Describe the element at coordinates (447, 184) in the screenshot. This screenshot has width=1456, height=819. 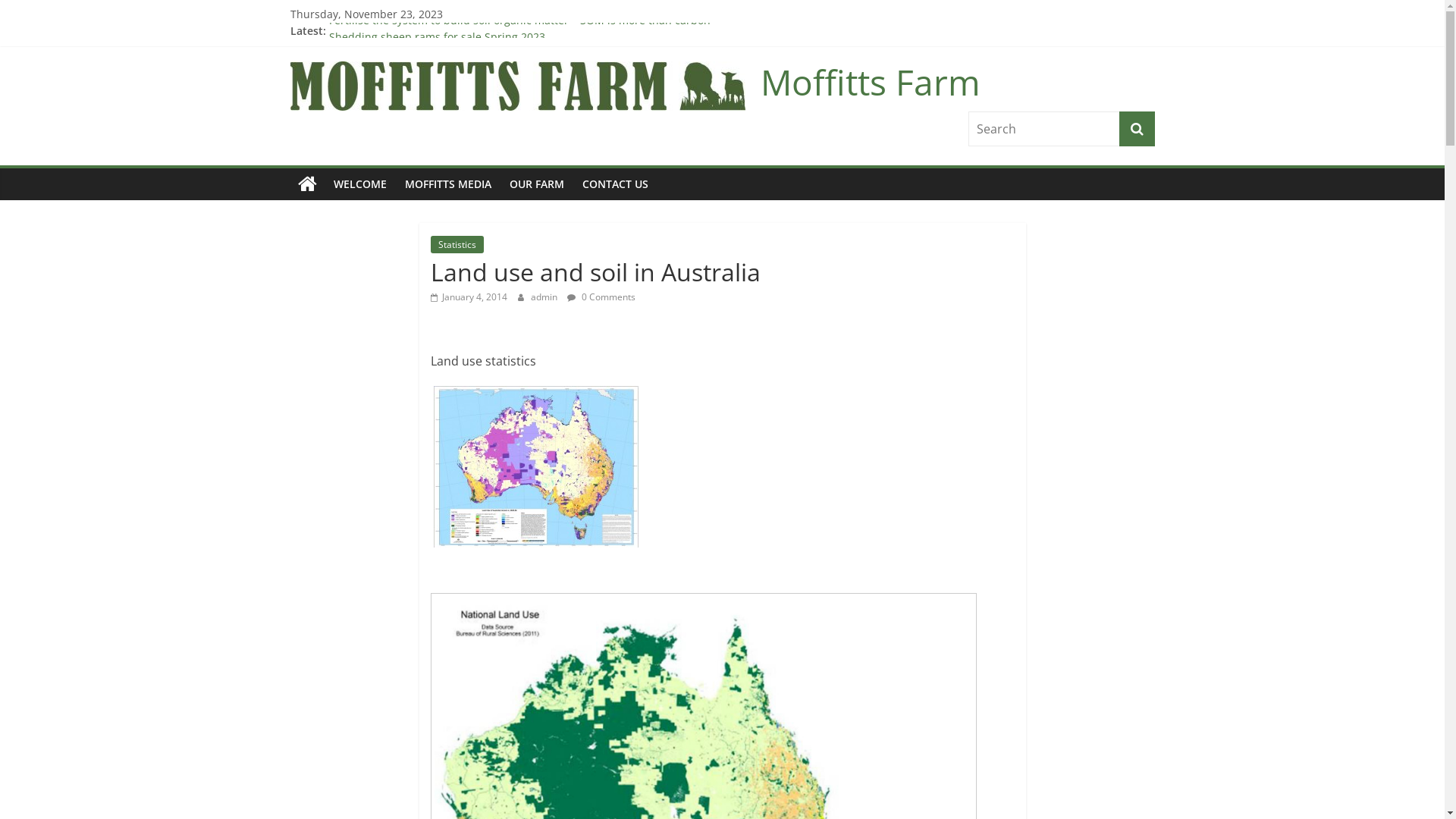
I see `'MOFFITTS MEDIA'` at that location.